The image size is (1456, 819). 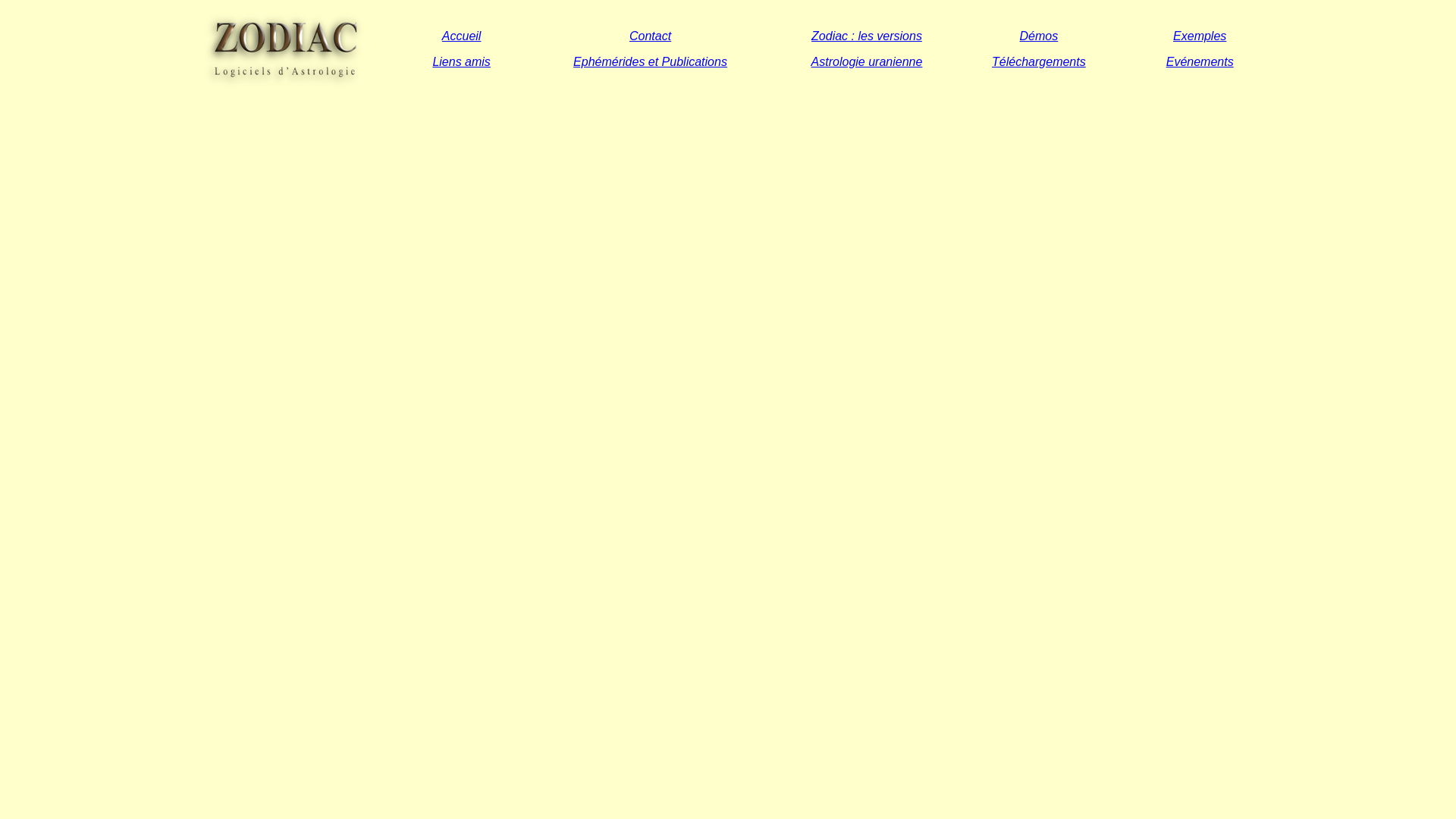 I want to click on 'Zodiac : les versions', so click(x=866, y=34).